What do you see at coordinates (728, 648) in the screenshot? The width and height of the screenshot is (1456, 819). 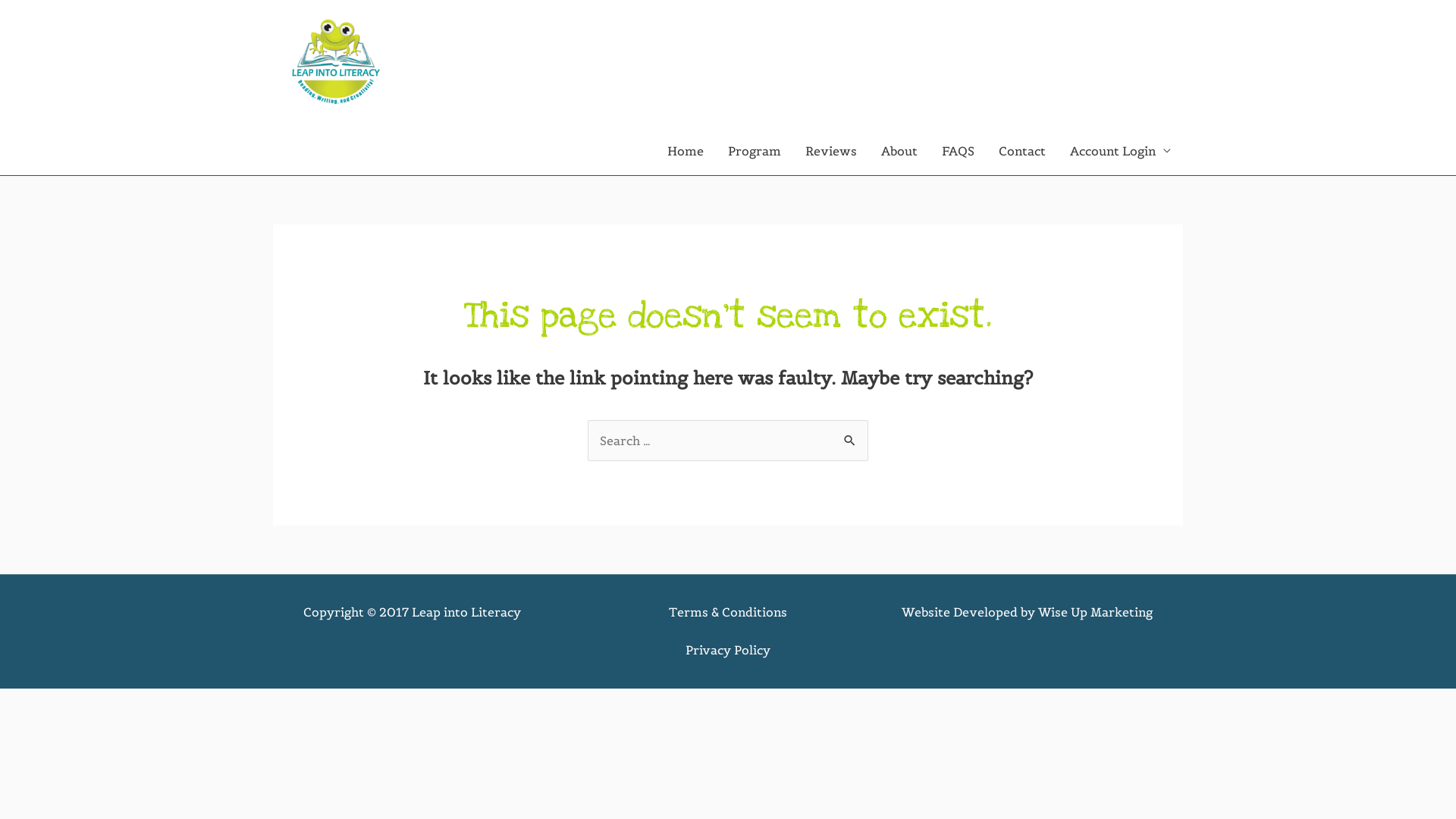 I see `'Privacy Policy'` at bounding box center [728, 648].